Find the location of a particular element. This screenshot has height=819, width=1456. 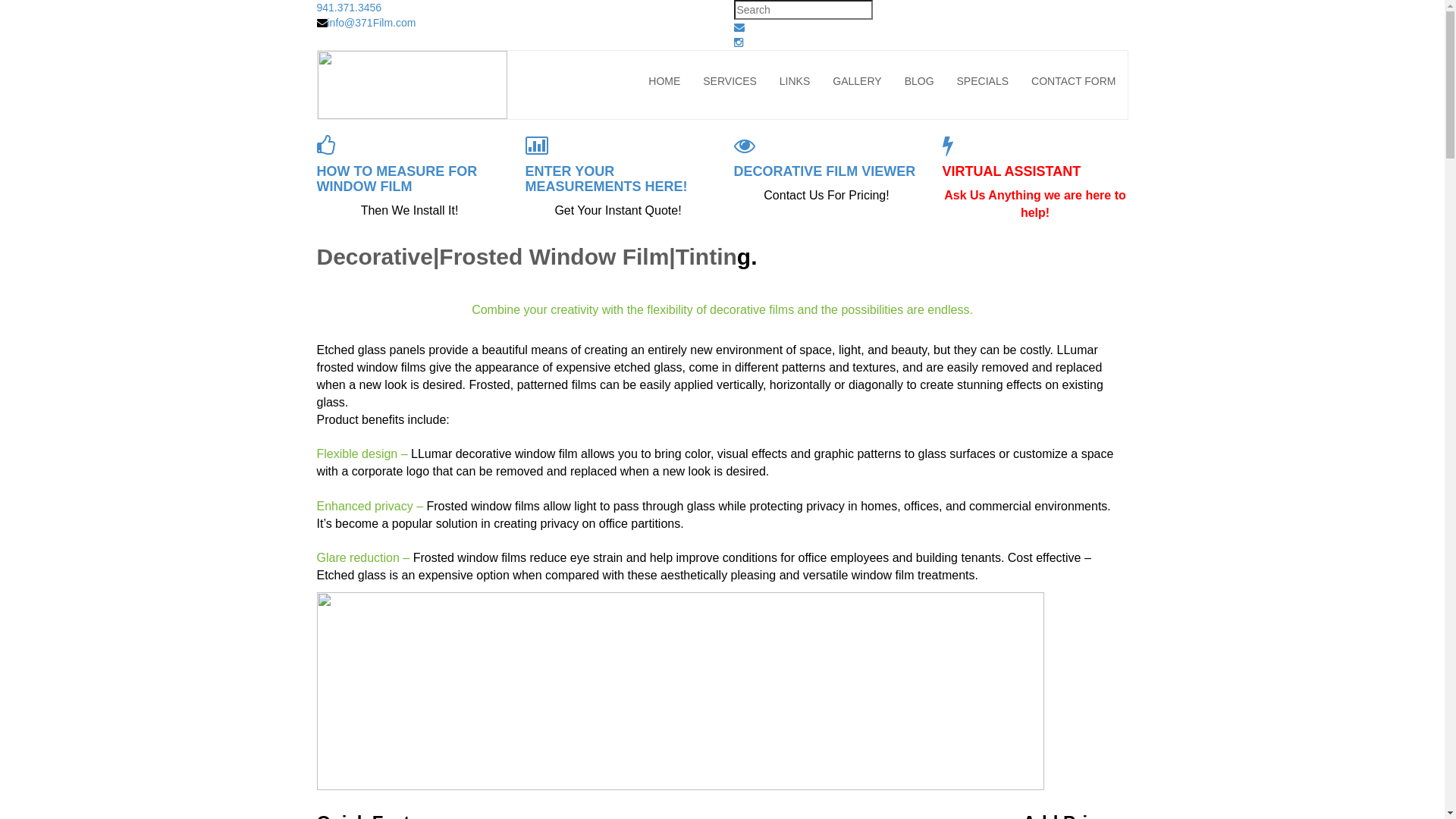

'GALLERY' is located at coordinates (856, 81).